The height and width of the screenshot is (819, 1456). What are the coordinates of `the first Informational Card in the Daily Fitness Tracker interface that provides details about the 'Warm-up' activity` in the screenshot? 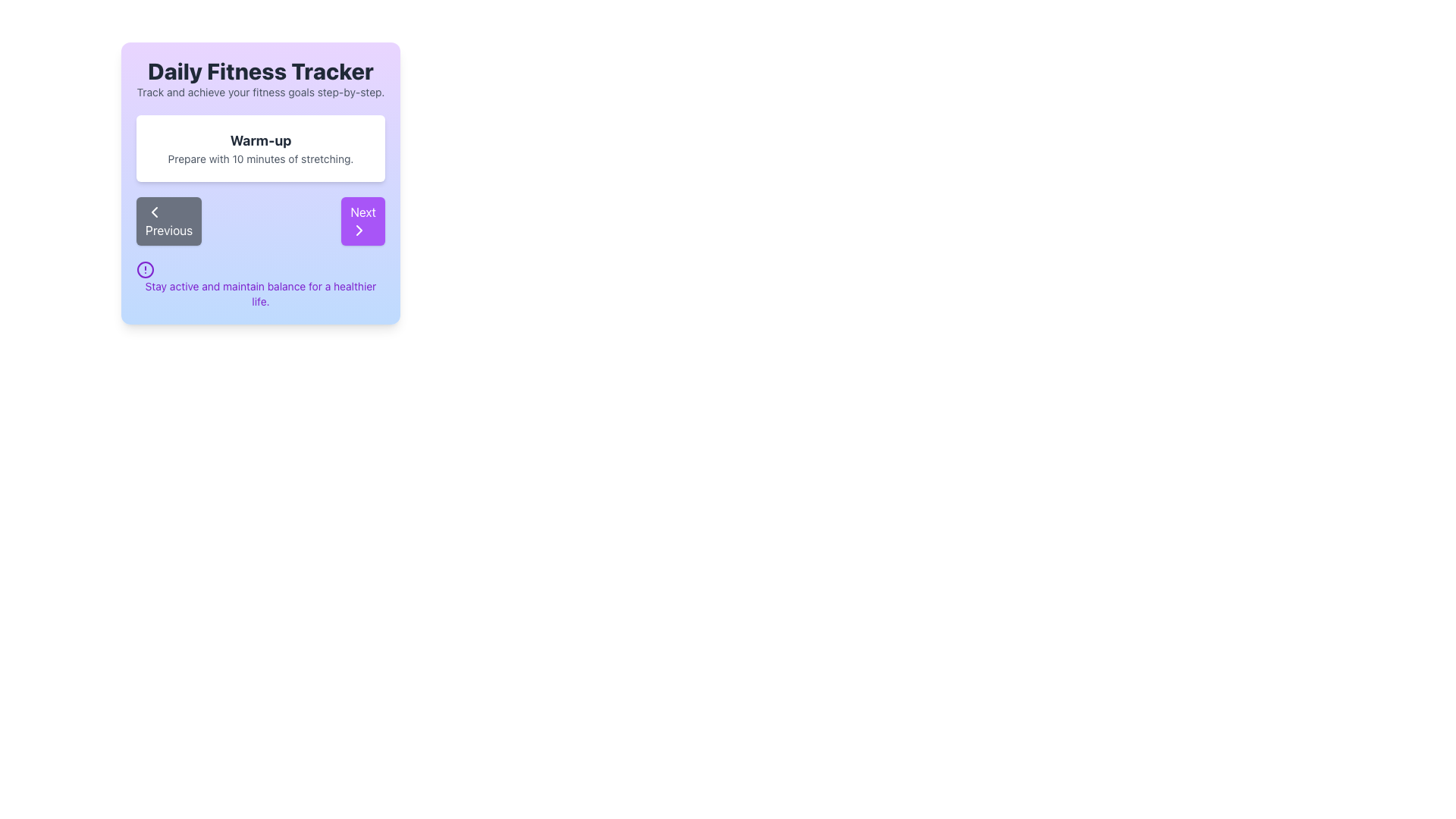 It's located at (261, 149).